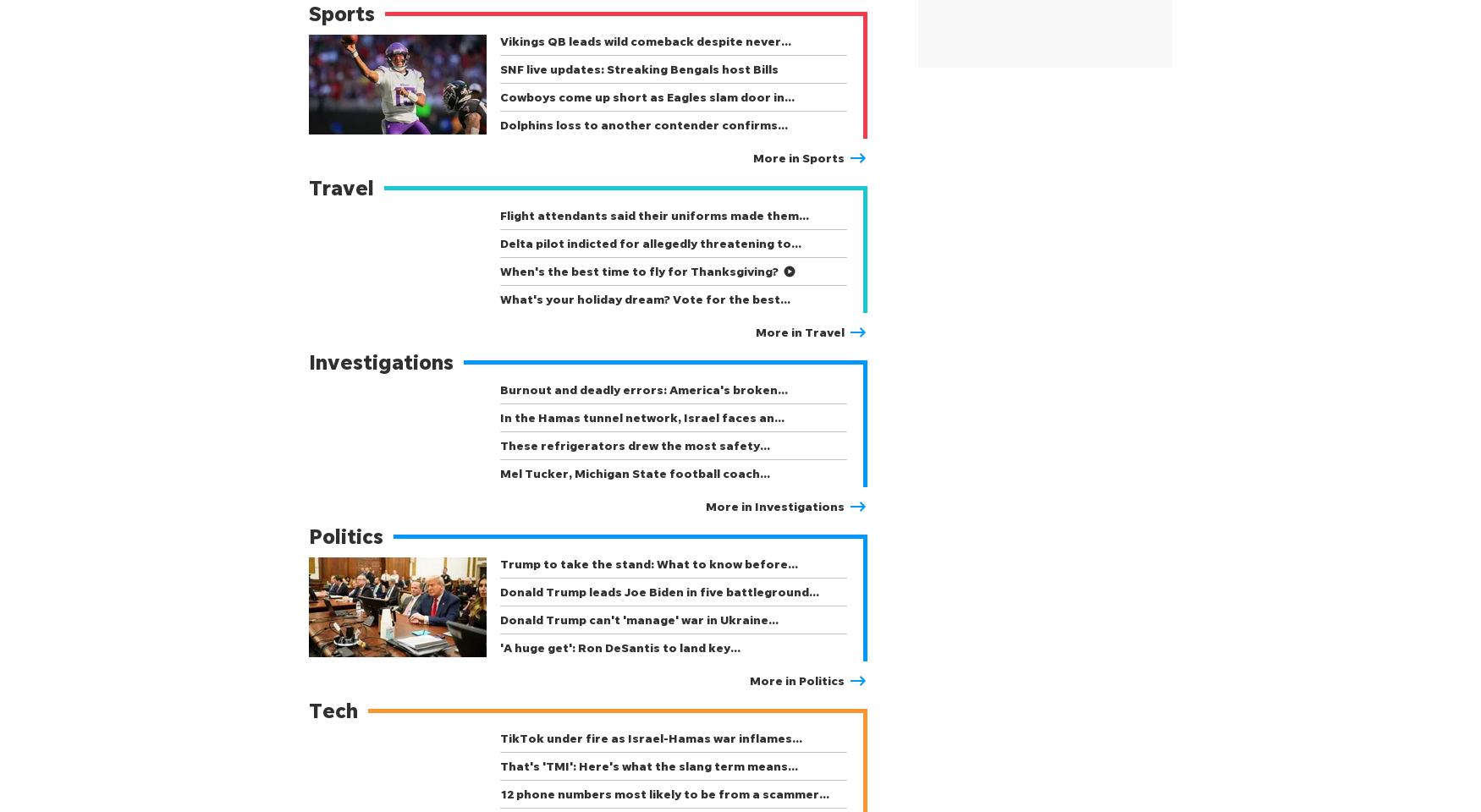 Image resolution: width=1481 pixels, height=812 pixels. I want to click on 'Donald Trump can't 'manage' war in Ukraine…', so click(638, 618).